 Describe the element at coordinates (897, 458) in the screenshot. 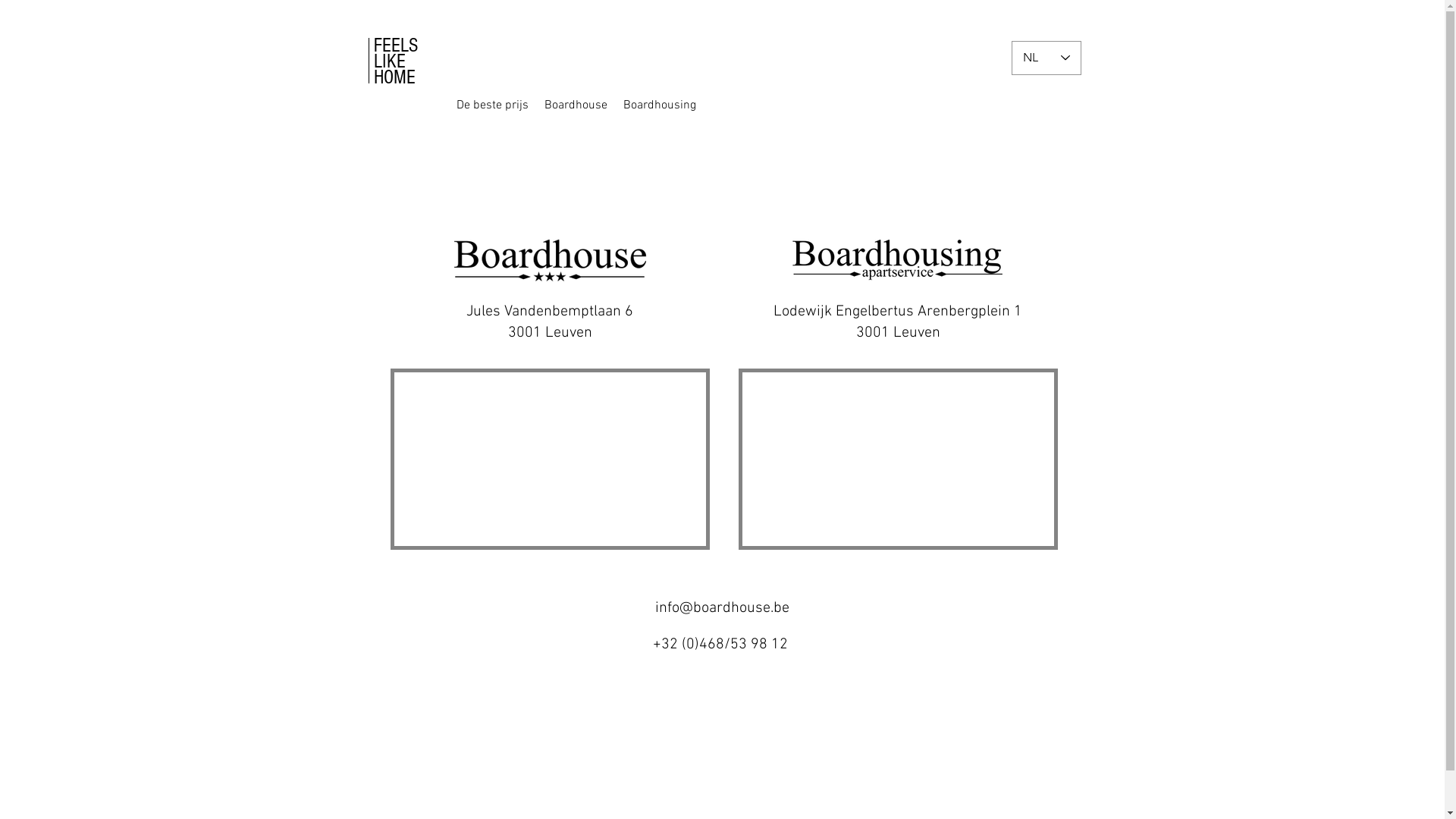

I see `'Google Maps'` at that location.